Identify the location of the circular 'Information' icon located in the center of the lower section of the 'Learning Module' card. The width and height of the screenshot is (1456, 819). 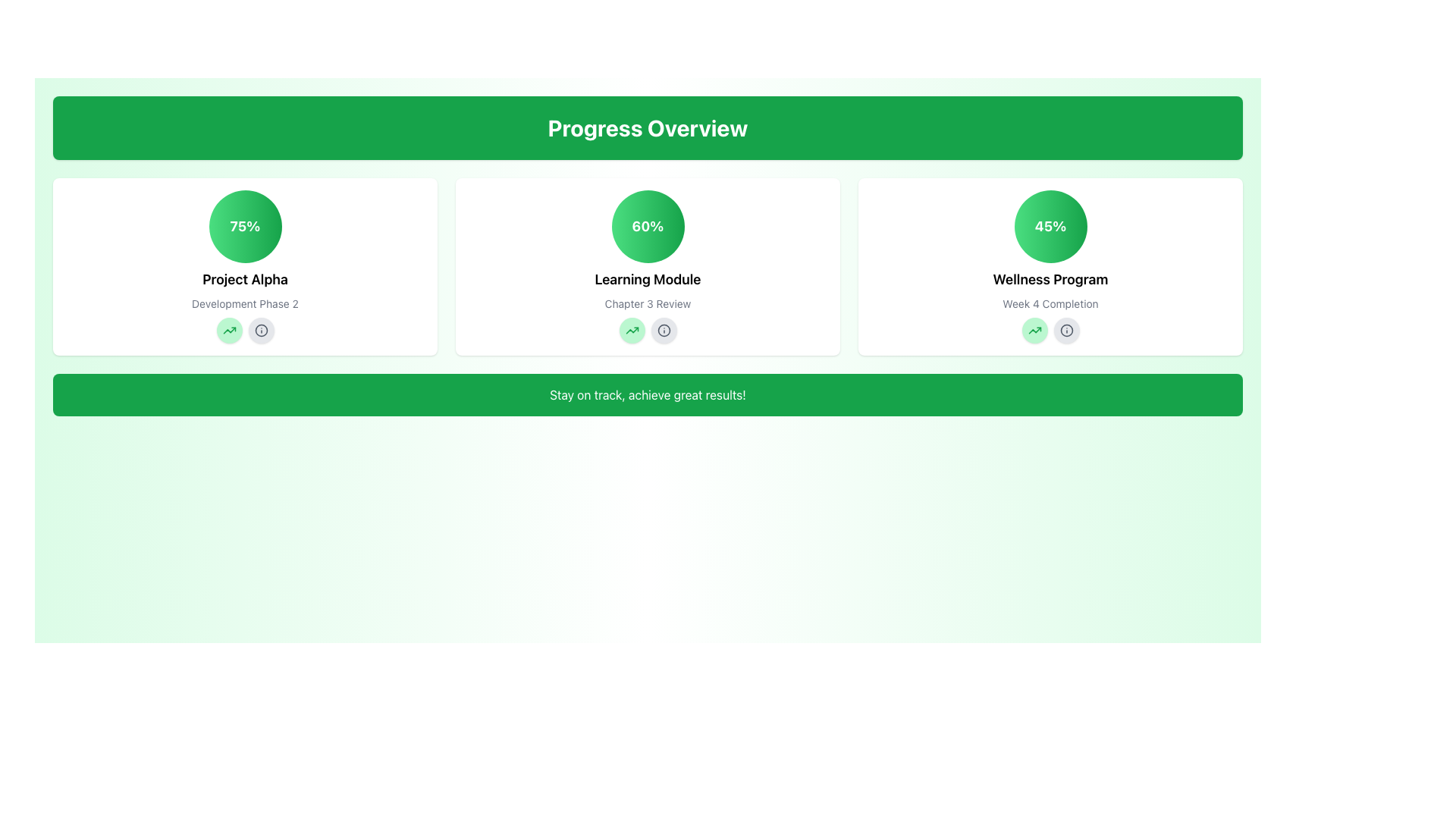
(664, 329).